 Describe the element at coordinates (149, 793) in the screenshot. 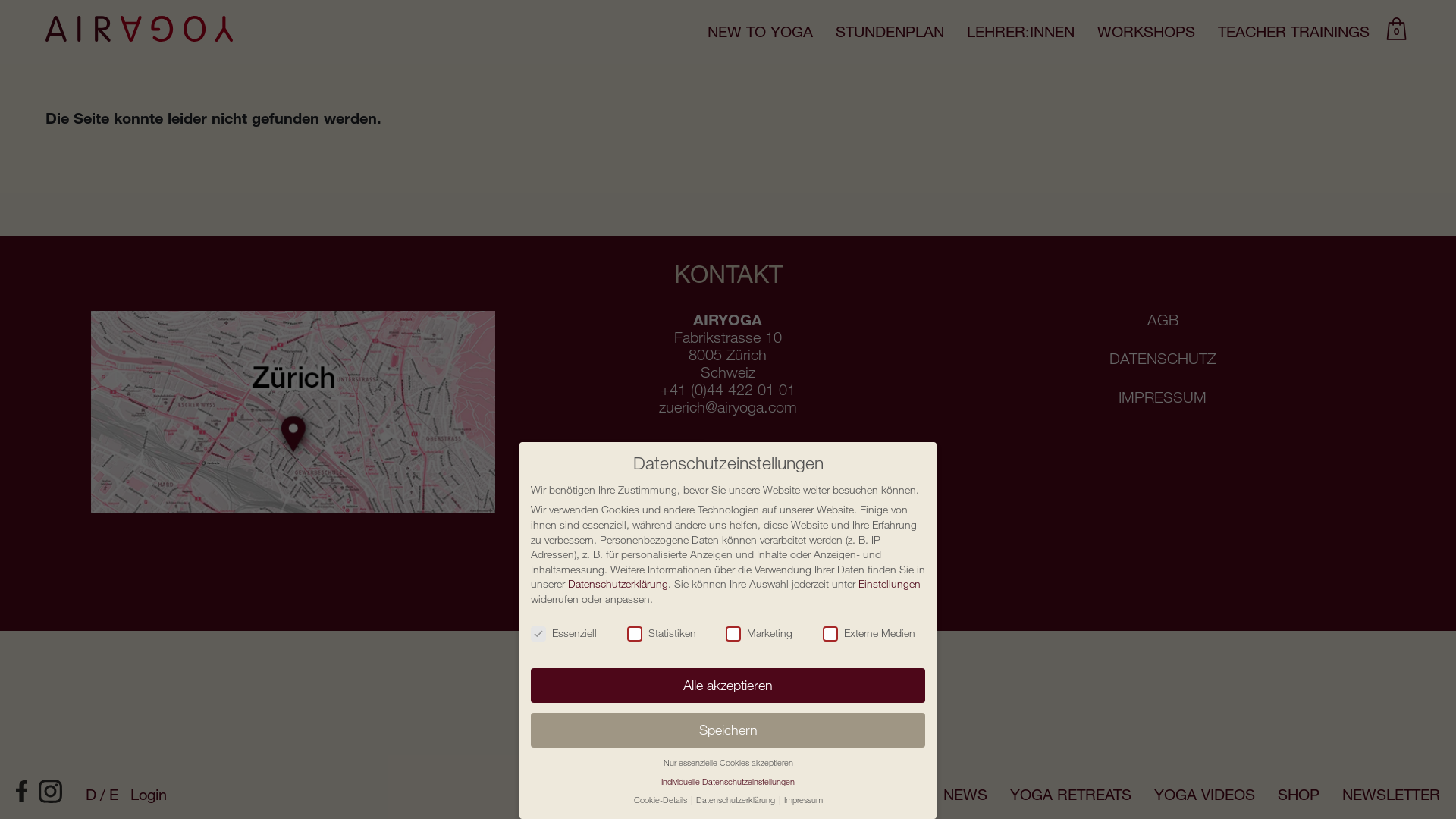

I see `'Login'` at that location.